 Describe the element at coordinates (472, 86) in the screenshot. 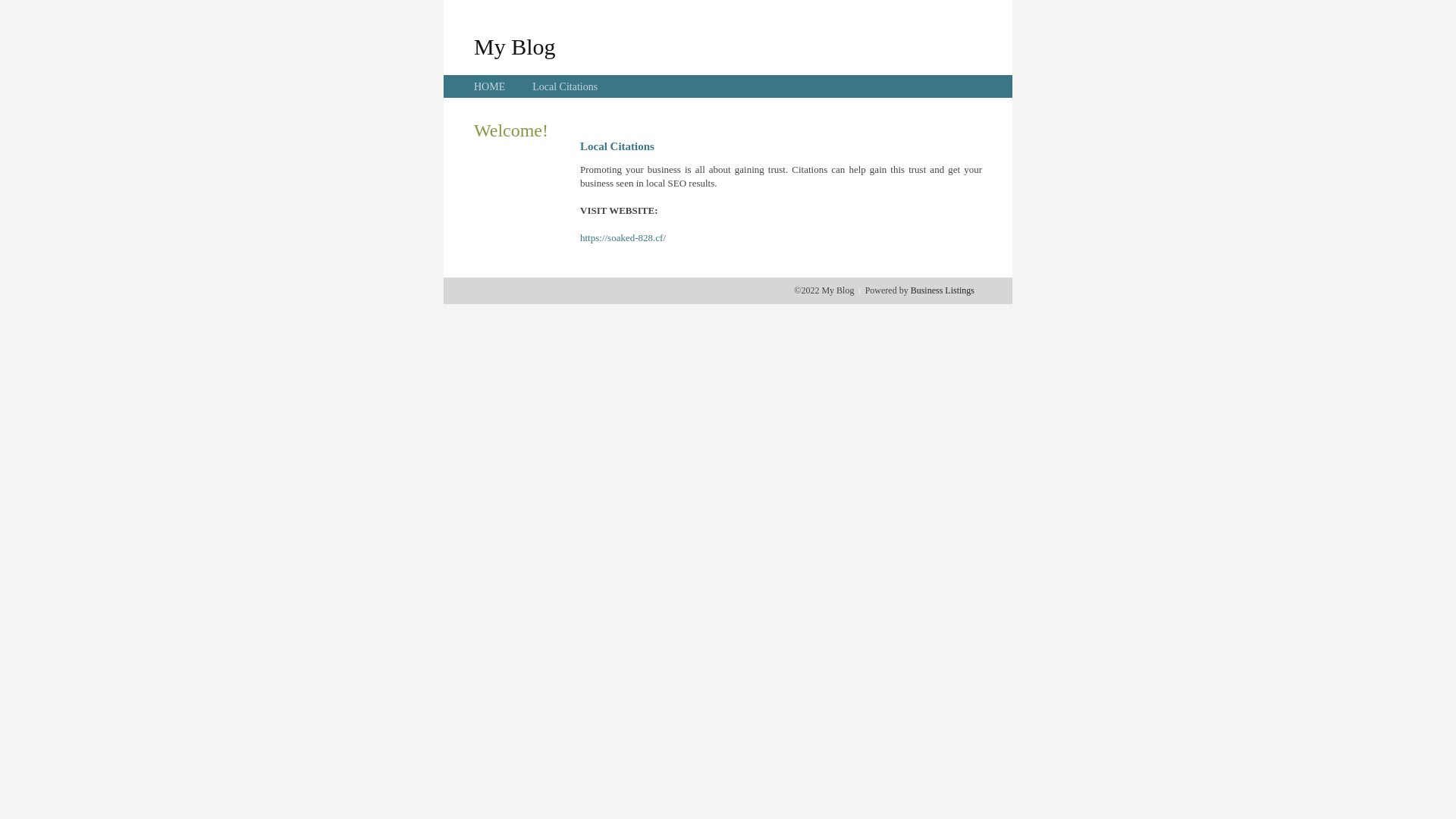

I see `'HOME'` at that location.